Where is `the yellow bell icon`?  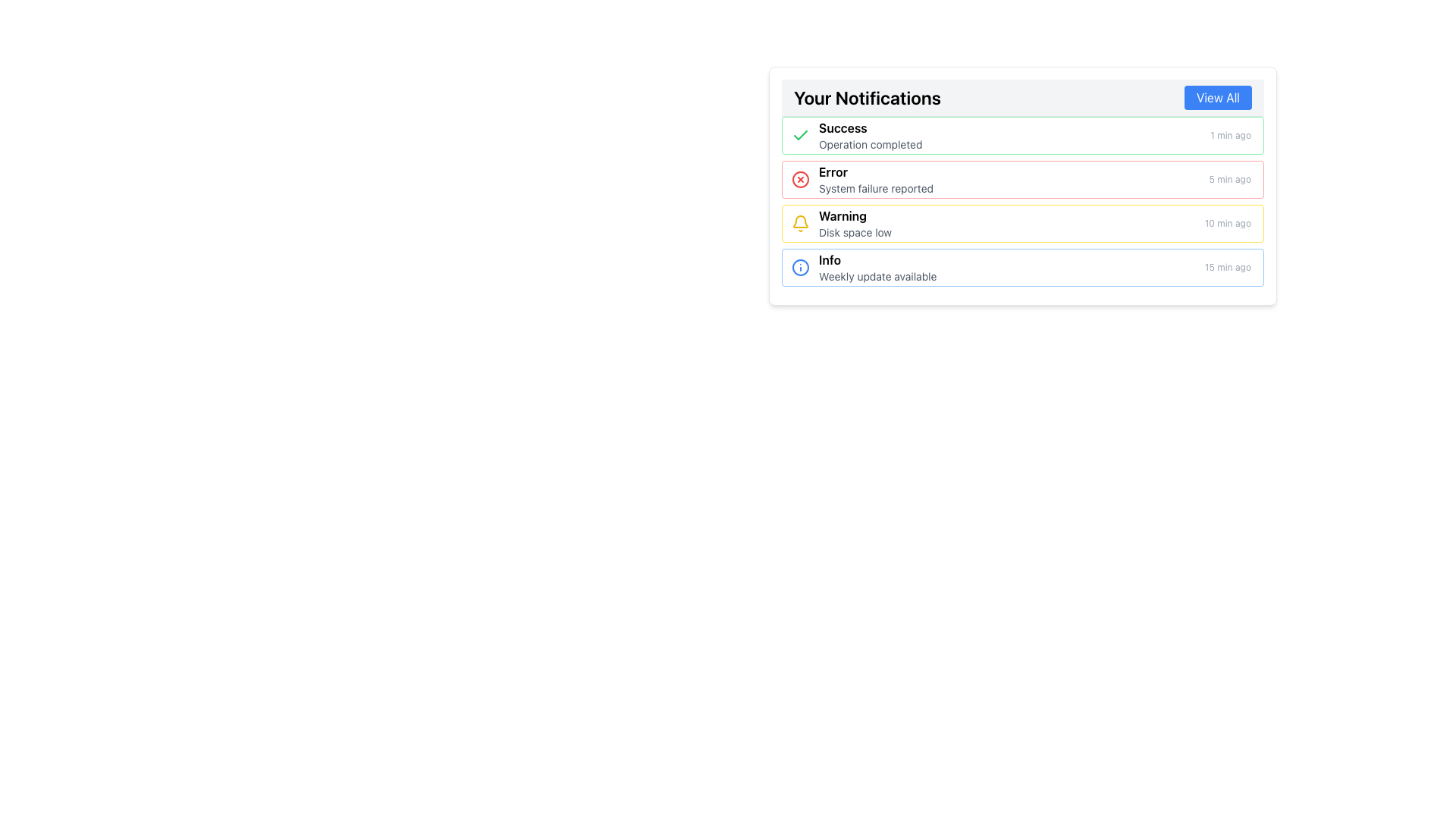 the yellow bell icon is located at coordinates (800, 223).